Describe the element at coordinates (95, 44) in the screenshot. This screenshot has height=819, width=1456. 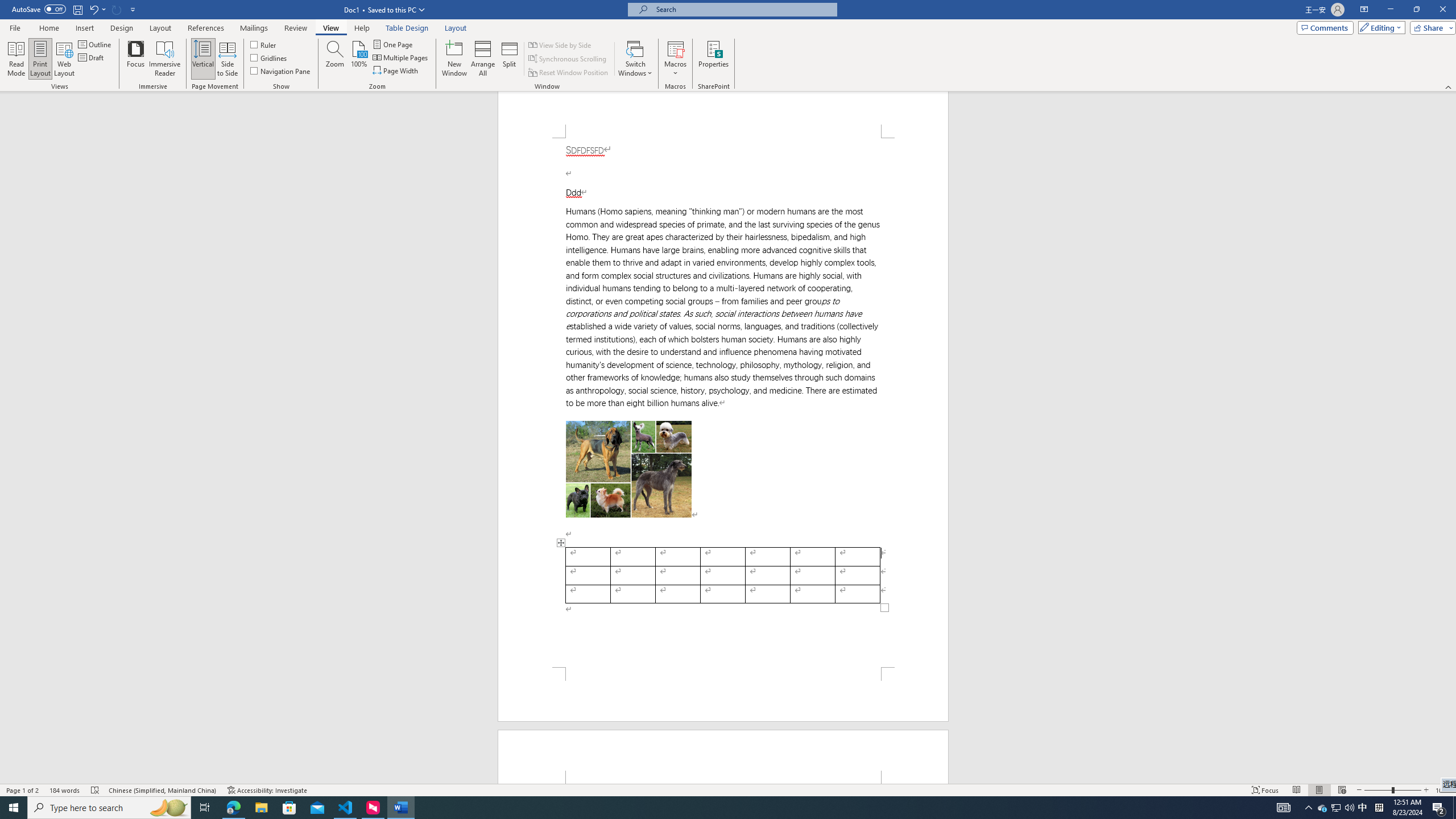
I see `'Outline'` at that location.